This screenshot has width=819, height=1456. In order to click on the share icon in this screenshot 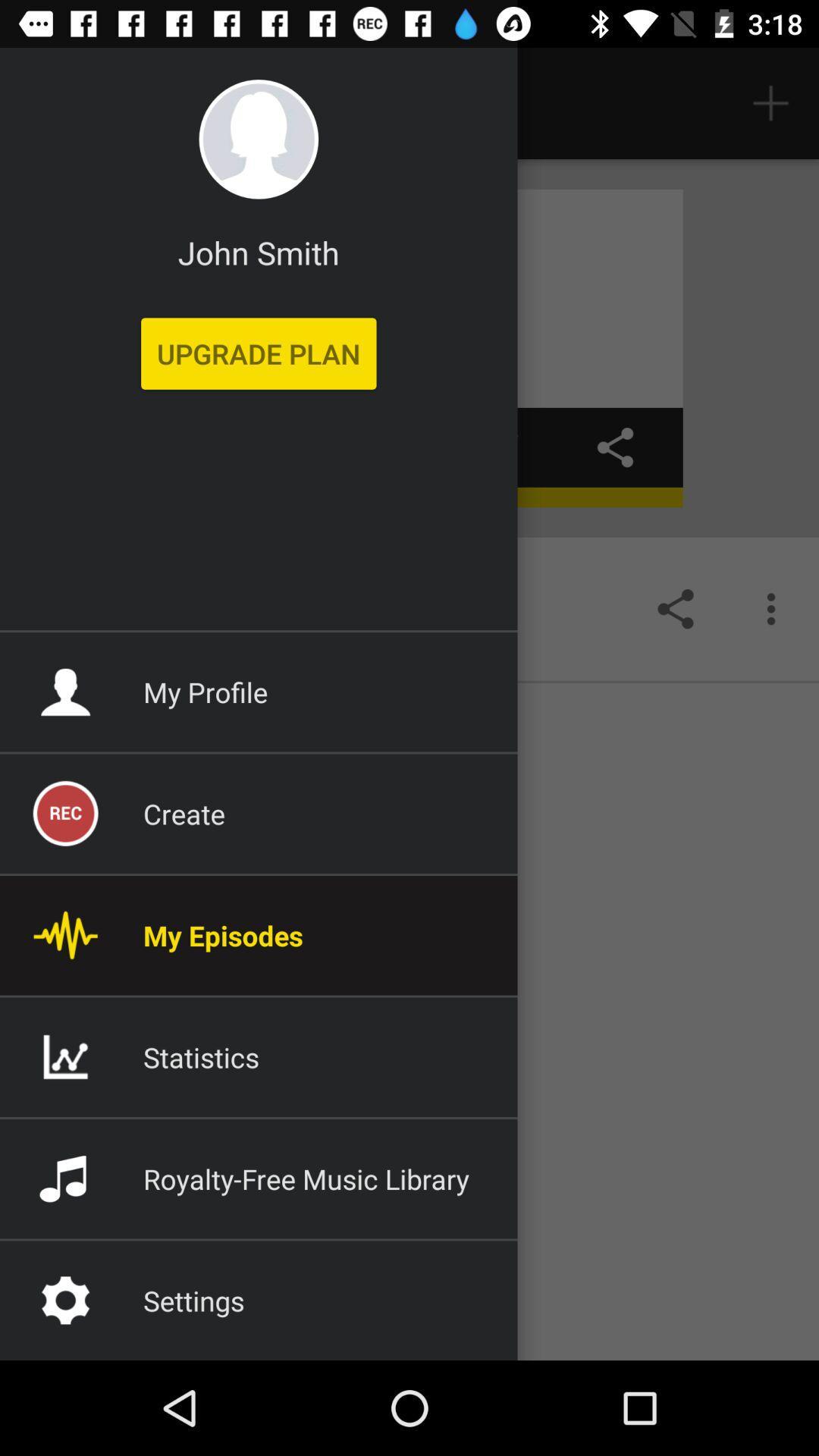, I will do `click(615, 447)`.